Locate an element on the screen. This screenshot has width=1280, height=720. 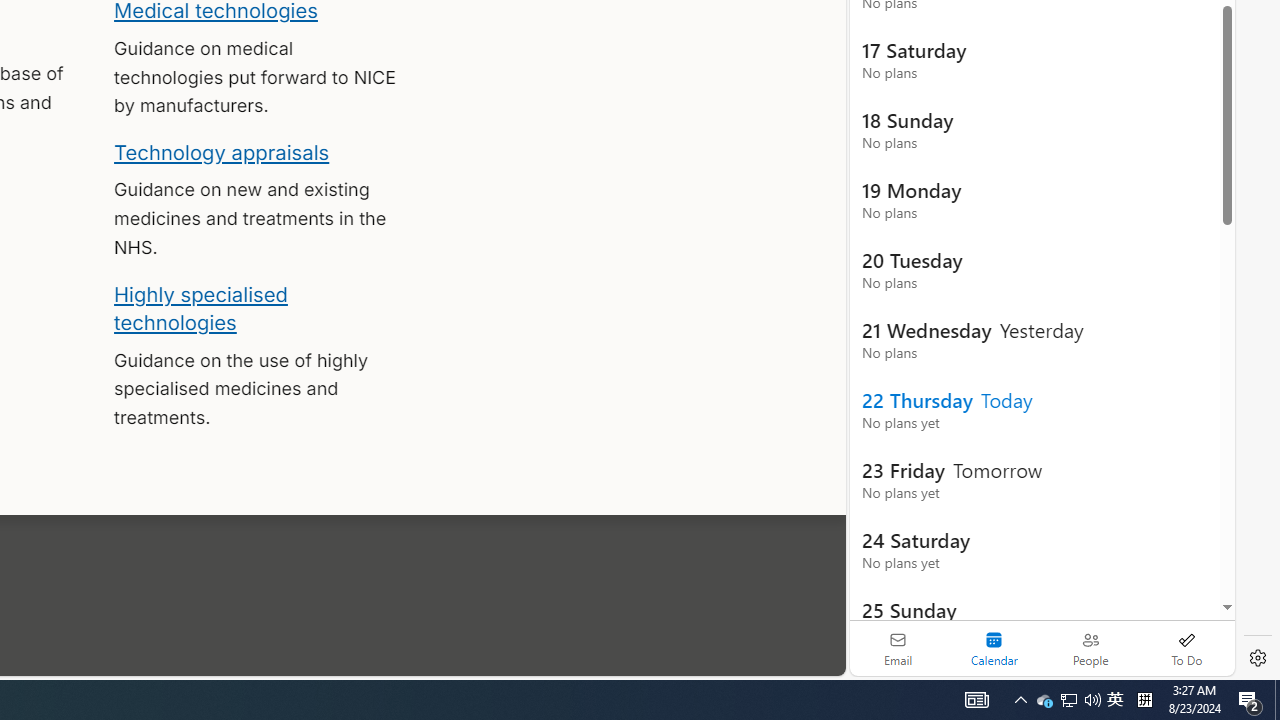
'Email' is located at coordinates (897, 648).